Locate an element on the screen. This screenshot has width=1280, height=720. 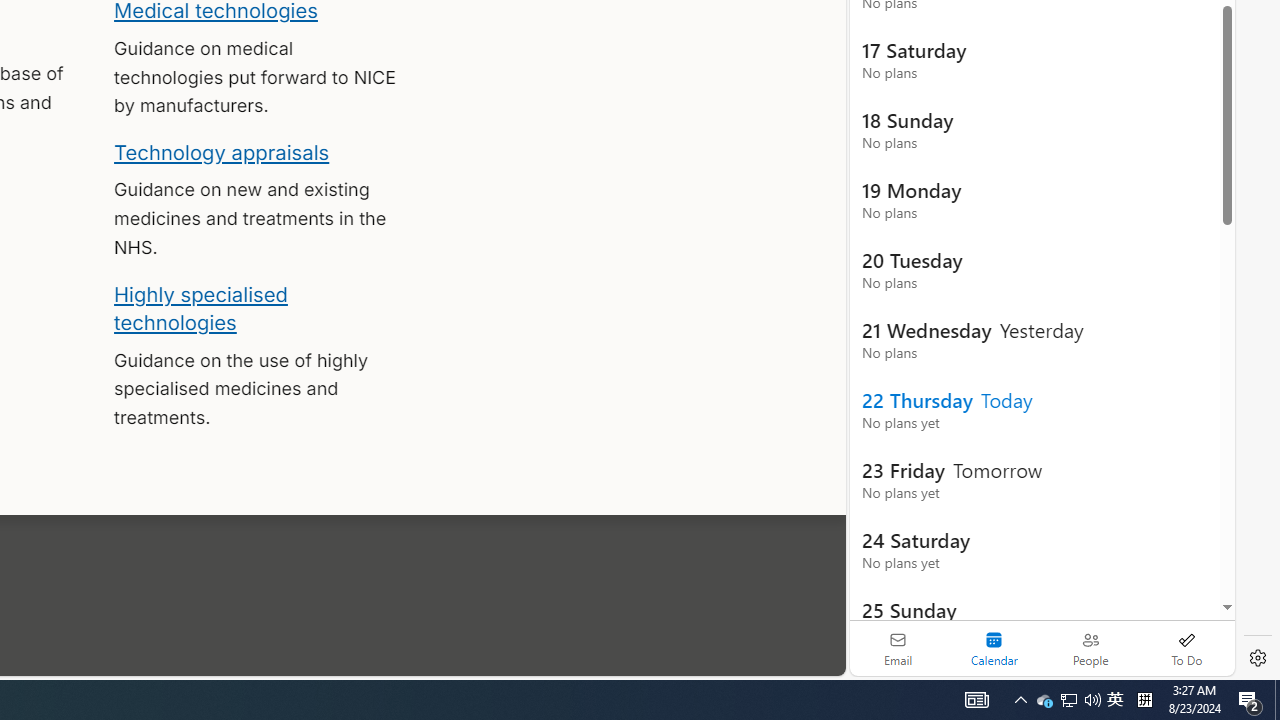
'Email' is located at coordinates (897, 648).